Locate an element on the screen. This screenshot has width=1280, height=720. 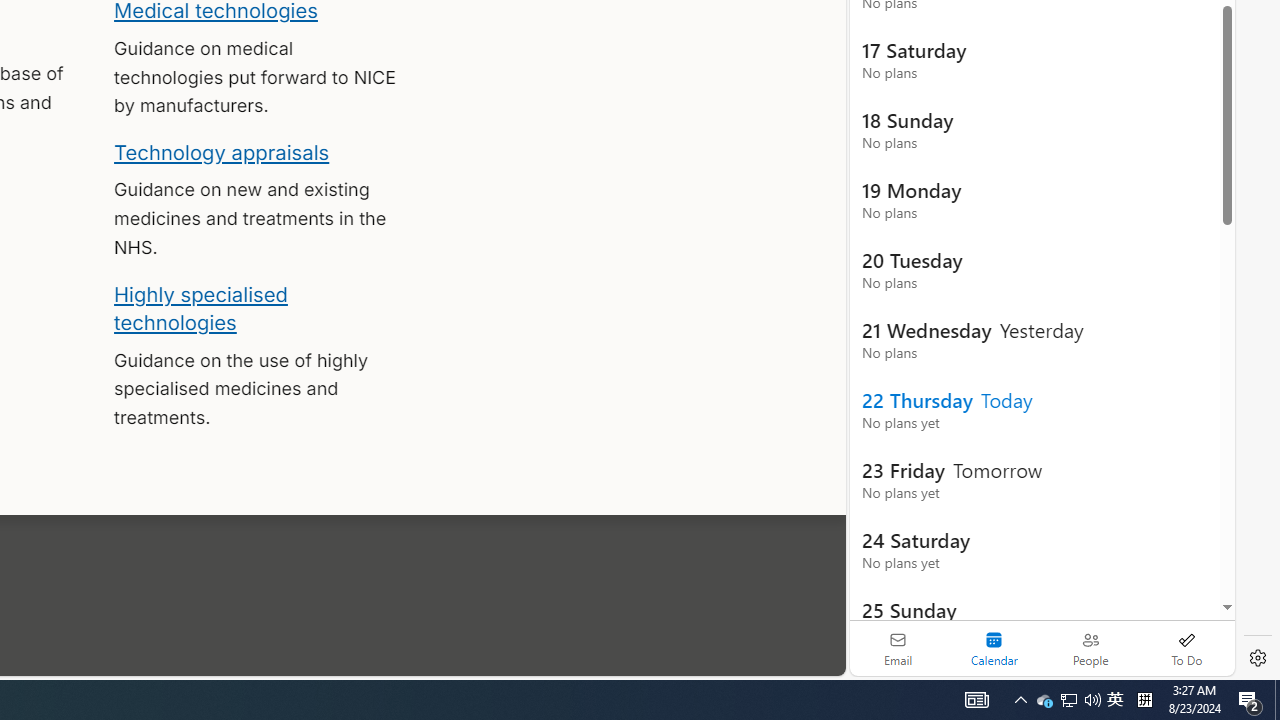
'Email' is located at coordinates (897, 648).